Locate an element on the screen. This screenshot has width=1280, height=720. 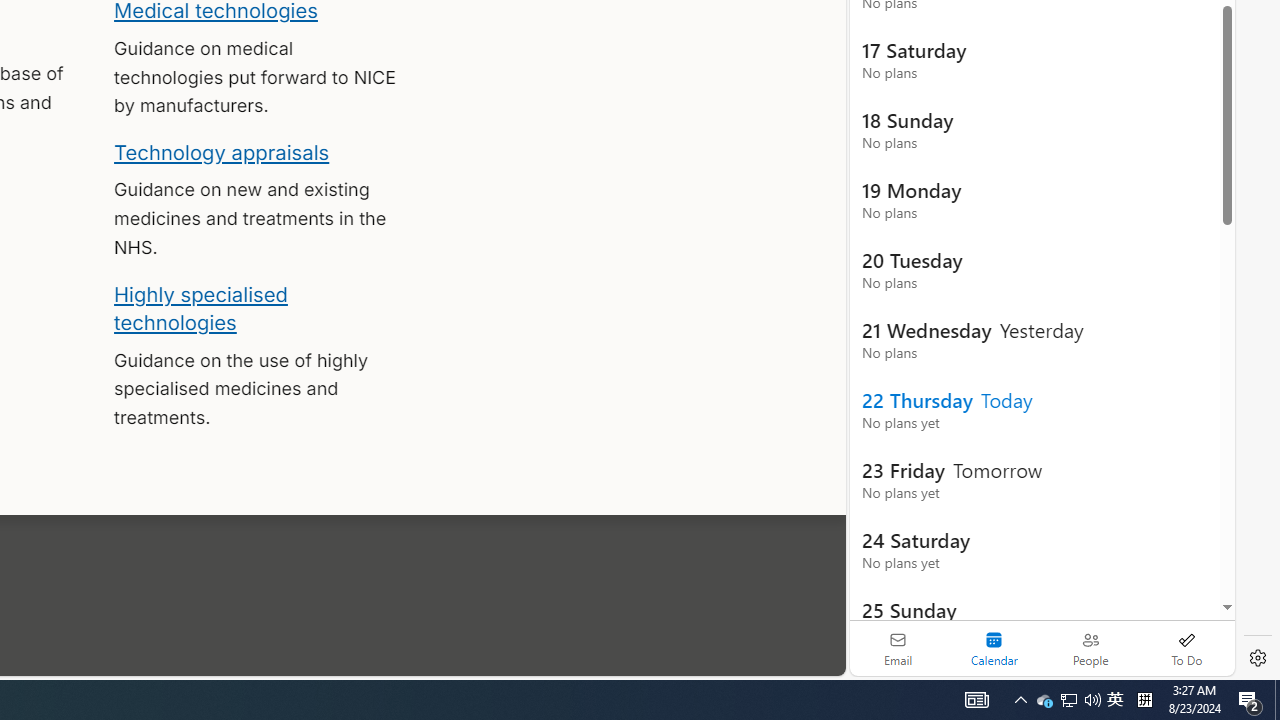
'Email' is located at coordinates (897, 648).